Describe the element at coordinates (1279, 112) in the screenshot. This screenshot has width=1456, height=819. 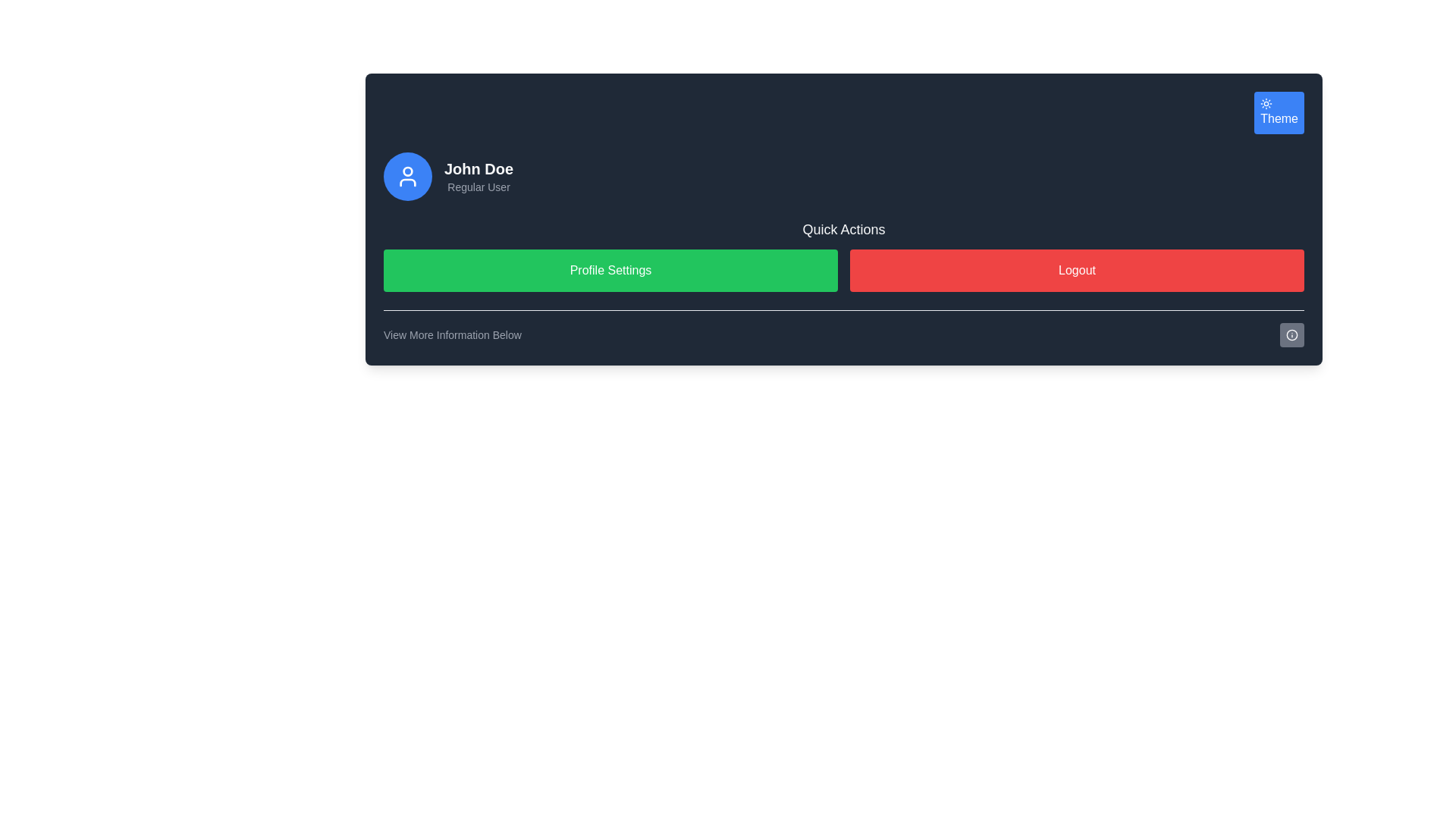
I see `the 'Theme' button with a blue background and white text` at that location.